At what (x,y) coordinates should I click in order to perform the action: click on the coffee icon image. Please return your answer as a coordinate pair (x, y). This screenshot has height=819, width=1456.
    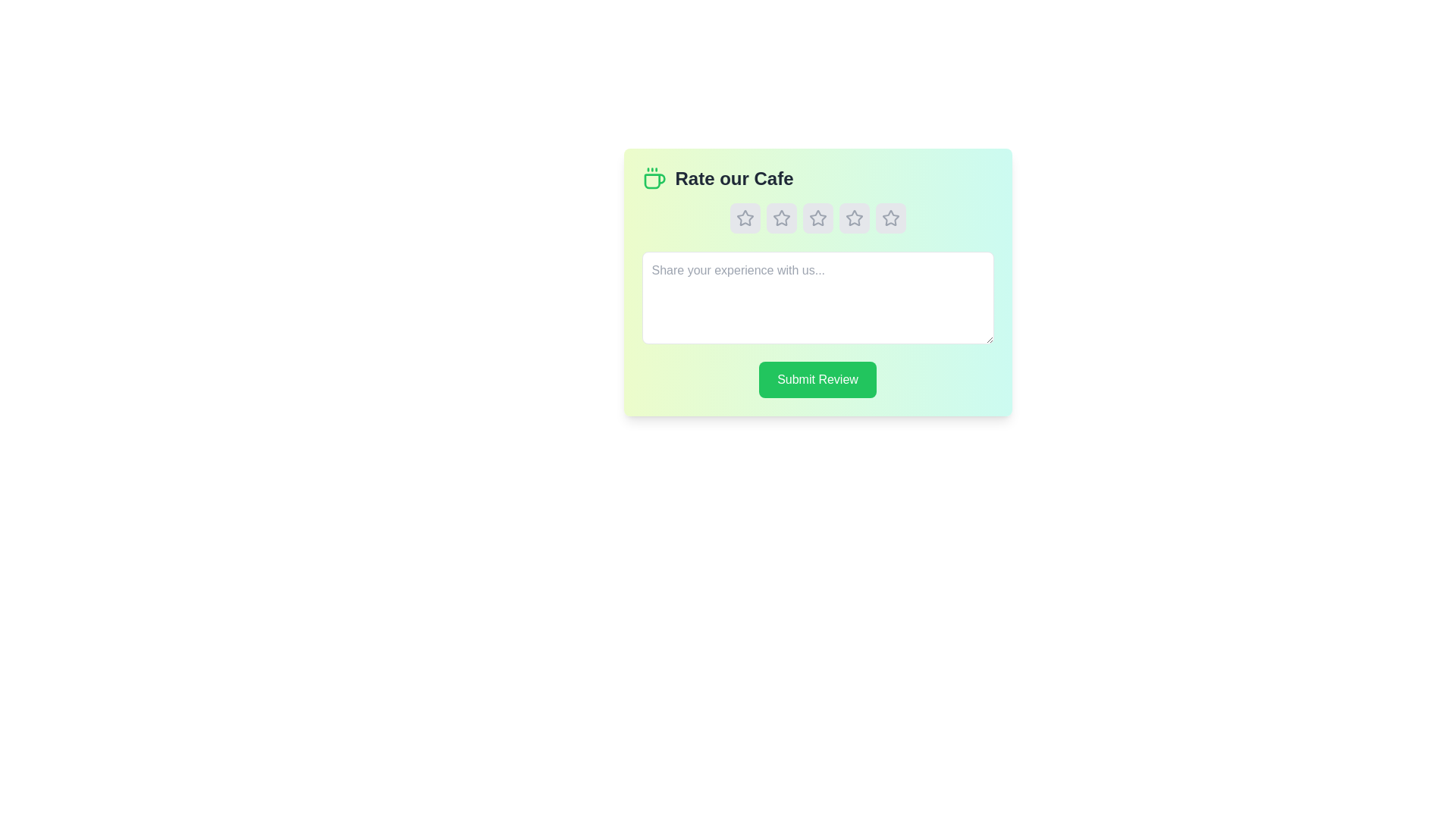
    Looking at the image, I should click on (654, 177).